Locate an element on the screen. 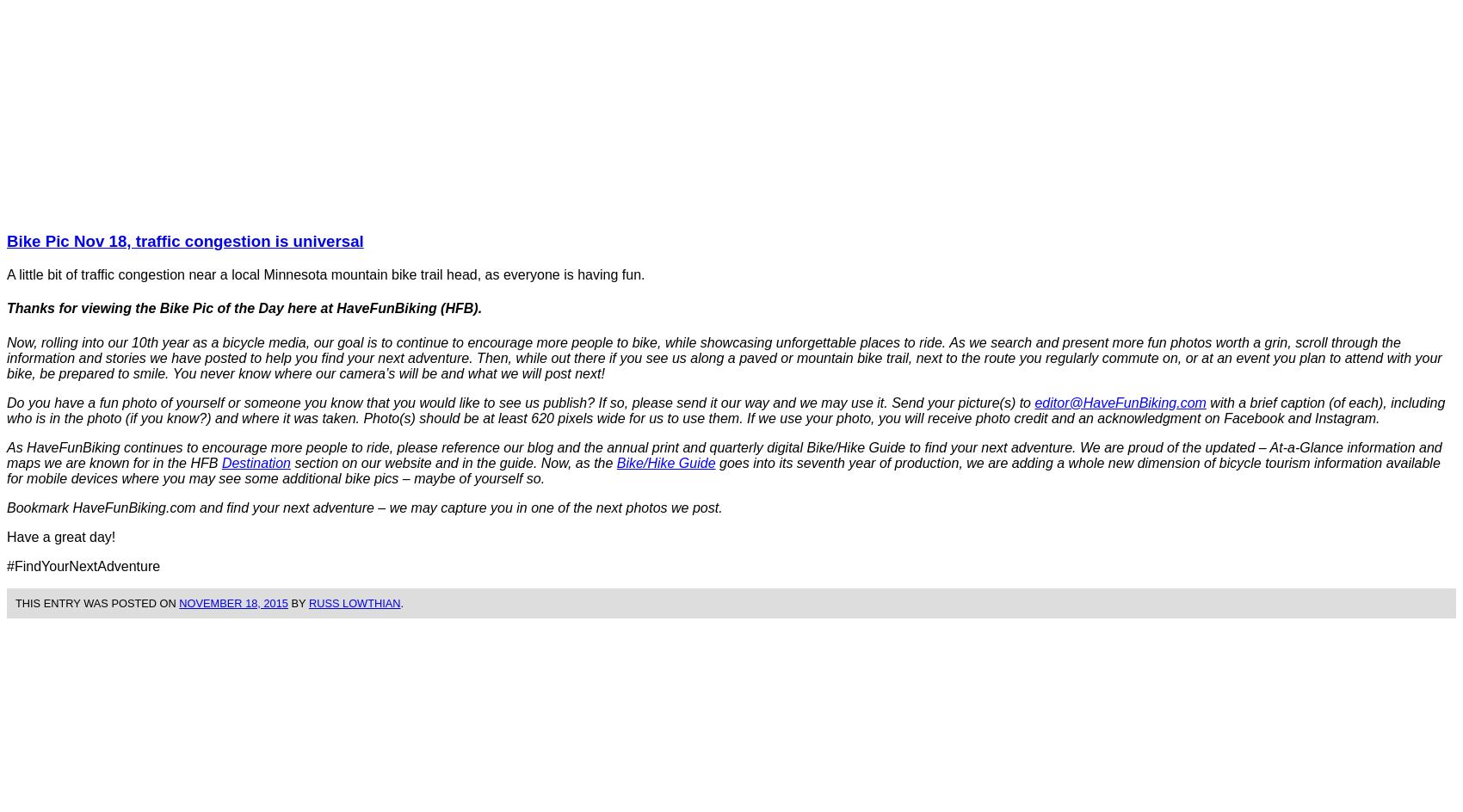 The width and height of the screenshot is (1463, 812). 'by' is located at coordinates (296, 601).